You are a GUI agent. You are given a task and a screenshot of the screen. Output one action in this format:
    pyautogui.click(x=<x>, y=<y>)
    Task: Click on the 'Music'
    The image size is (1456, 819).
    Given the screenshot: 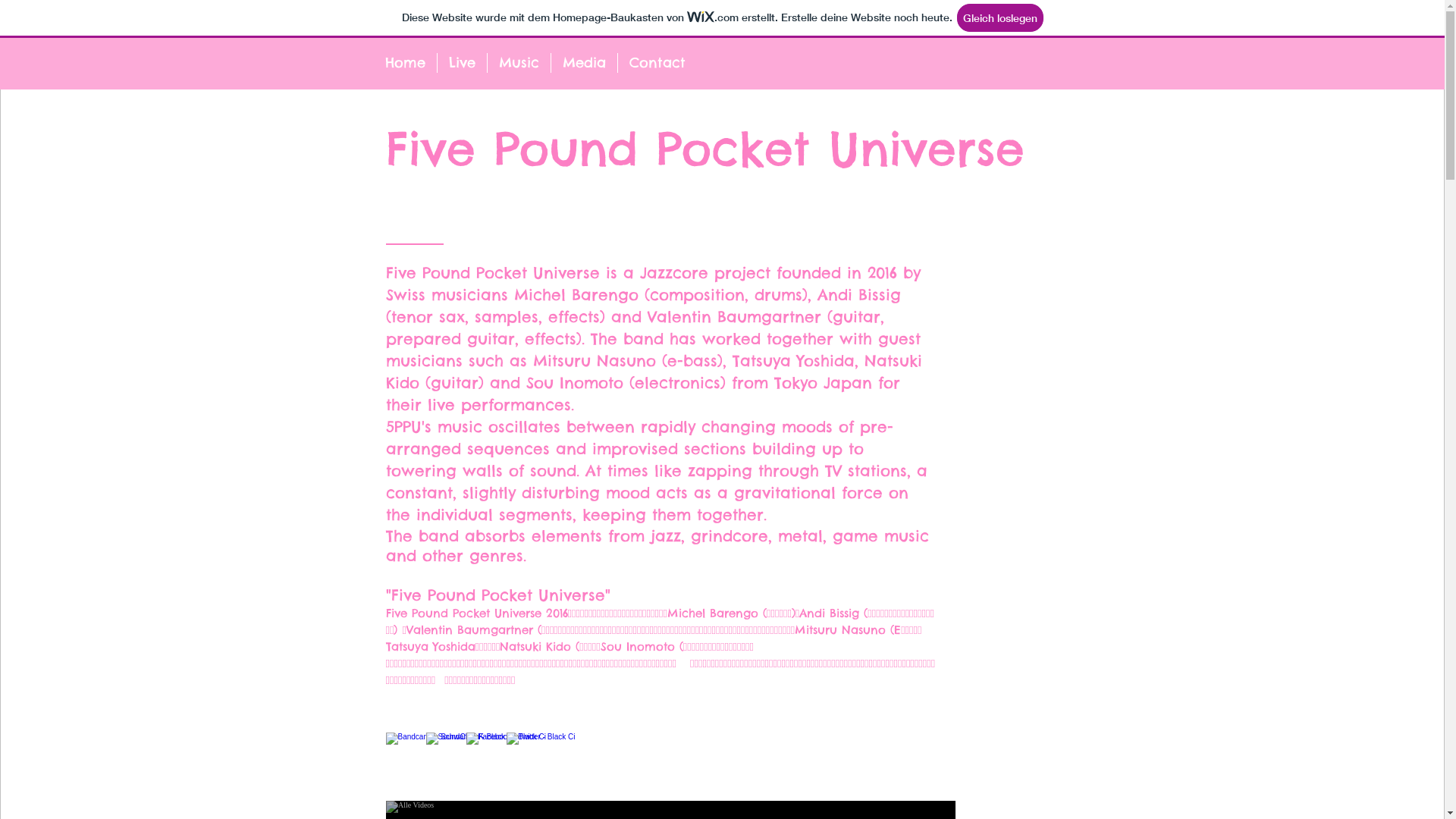 What is the action you would take?
    pyautogui.click(x=487, y=62)
    